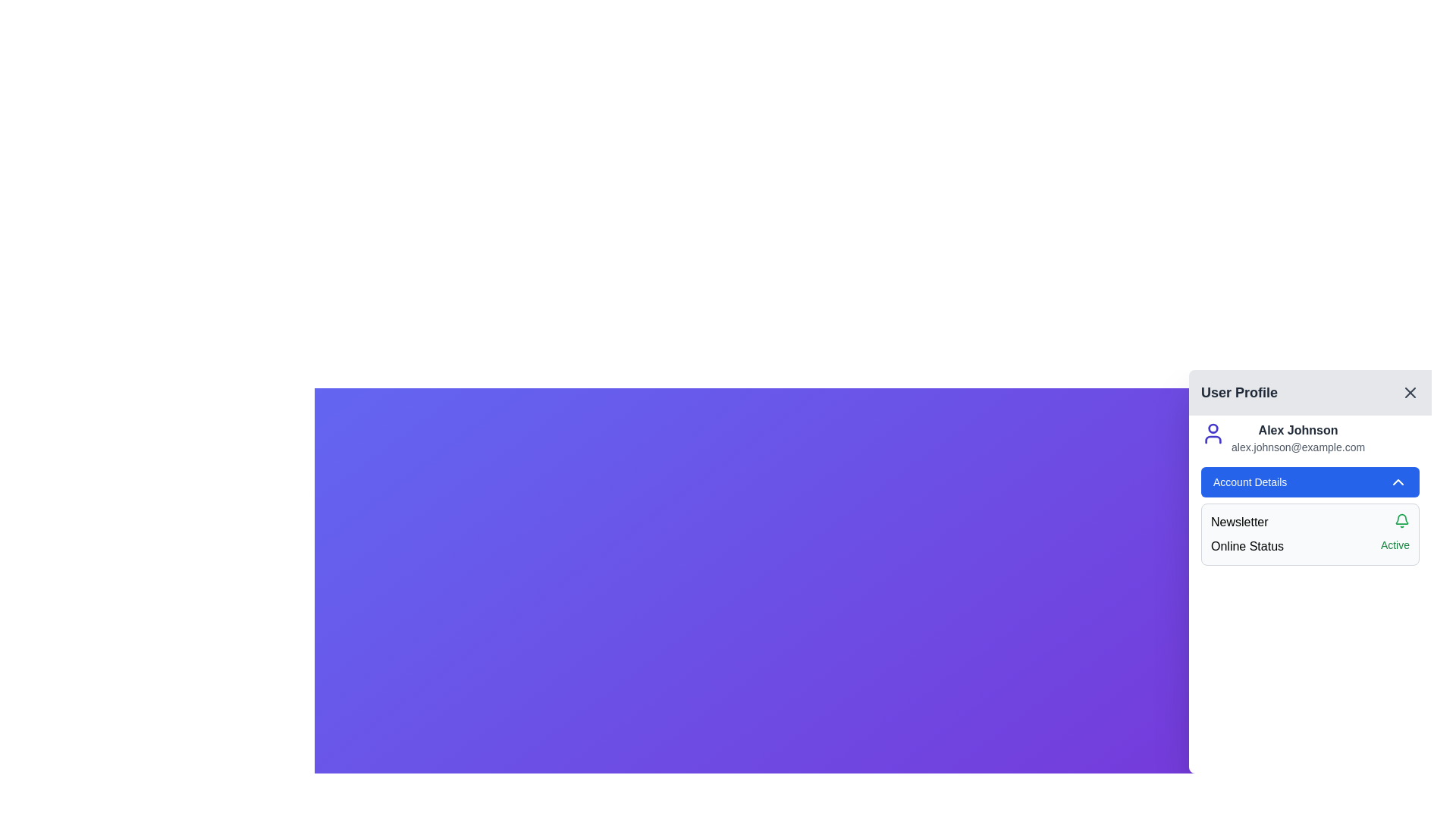 This screenshot has width=1456, height=819. I want to click on the 'Online Status' section of the Sidebar user profile panel, so click(1310, 571).